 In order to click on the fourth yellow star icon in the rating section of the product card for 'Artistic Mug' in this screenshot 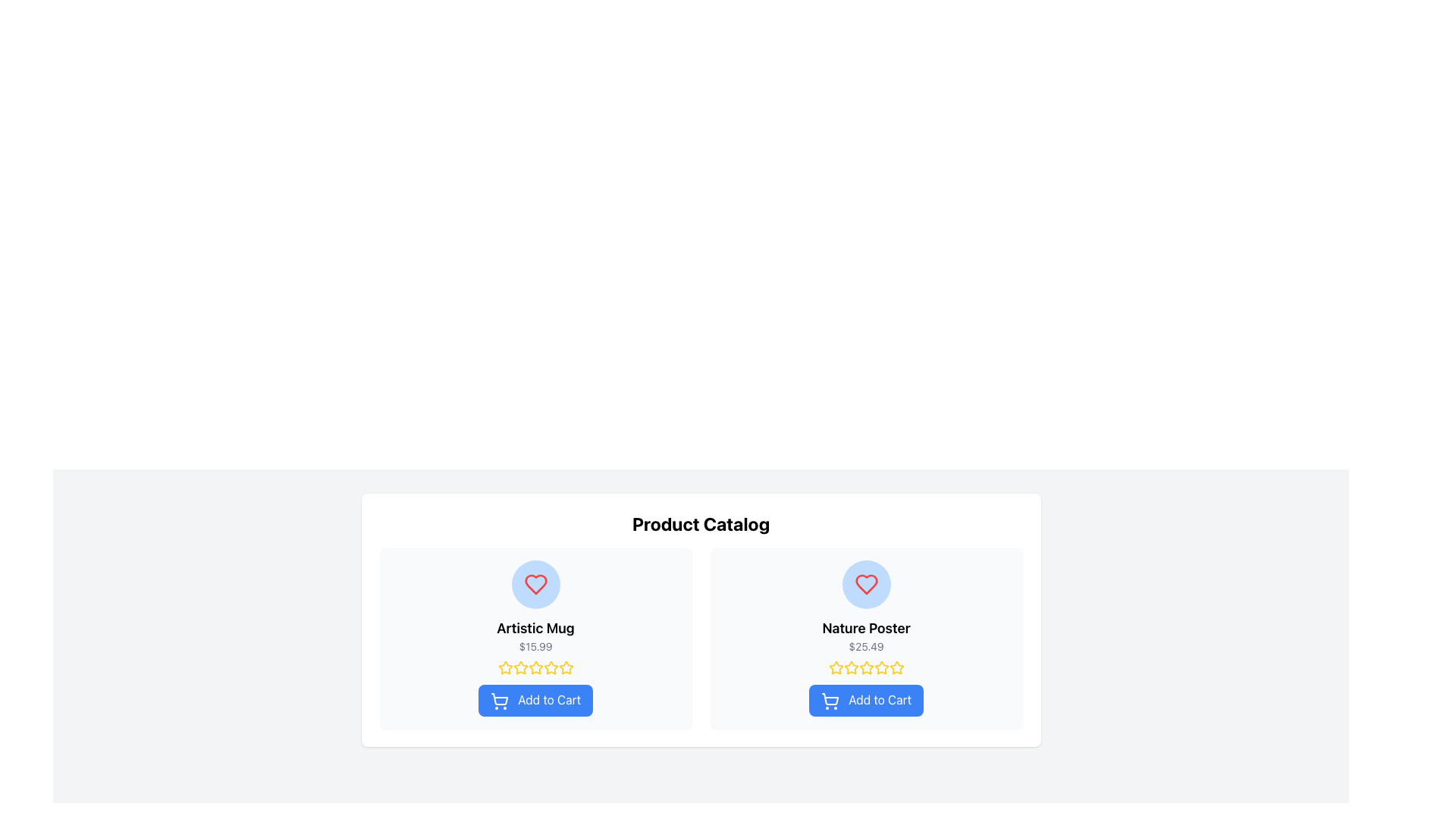, I will do `click(535, 667)`.